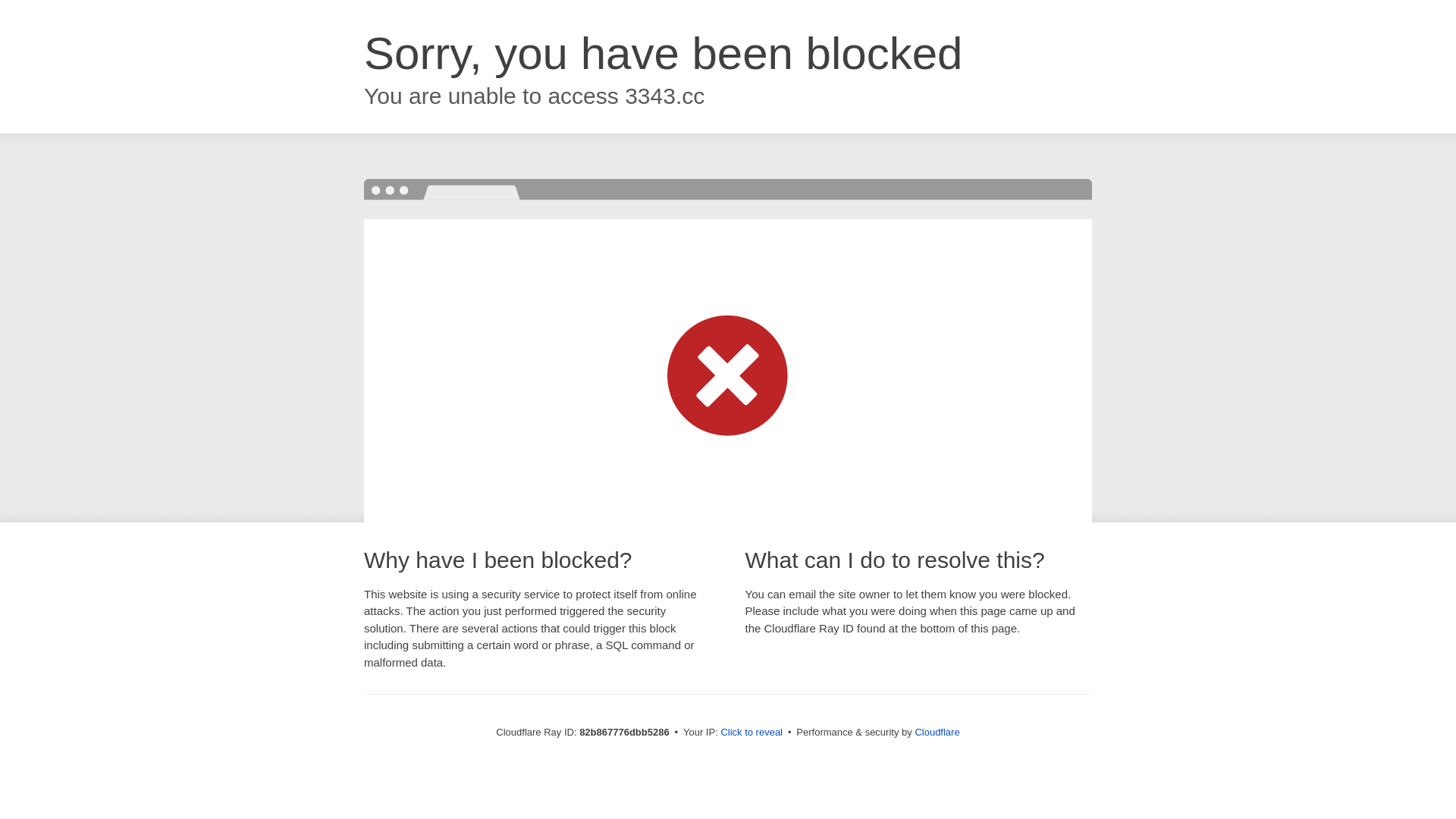 The width and height of the screenshot is (1456, 819). What do you see at coordinates (751, 731) in the screenshot?
I see `'Click to reveal'` at bounding box center [751, 731].